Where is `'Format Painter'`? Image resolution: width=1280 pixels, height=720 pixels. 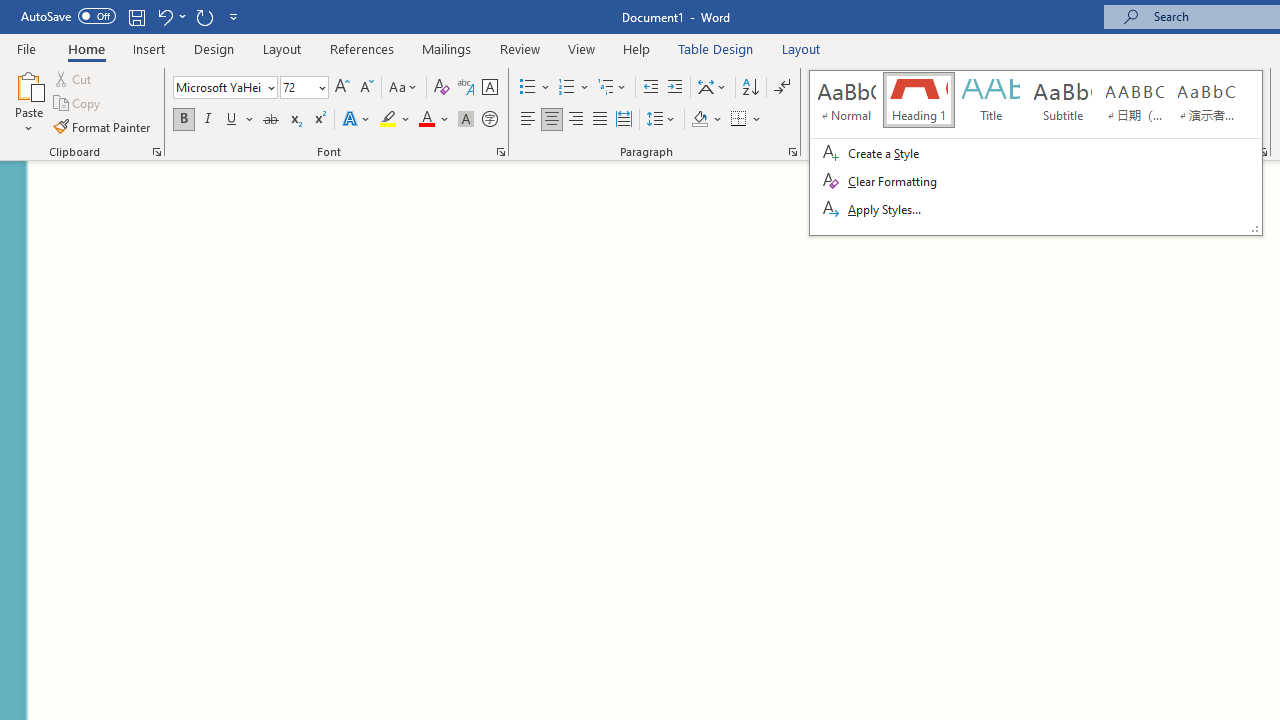
'Format Painter' is located at coordinates (102, 127).